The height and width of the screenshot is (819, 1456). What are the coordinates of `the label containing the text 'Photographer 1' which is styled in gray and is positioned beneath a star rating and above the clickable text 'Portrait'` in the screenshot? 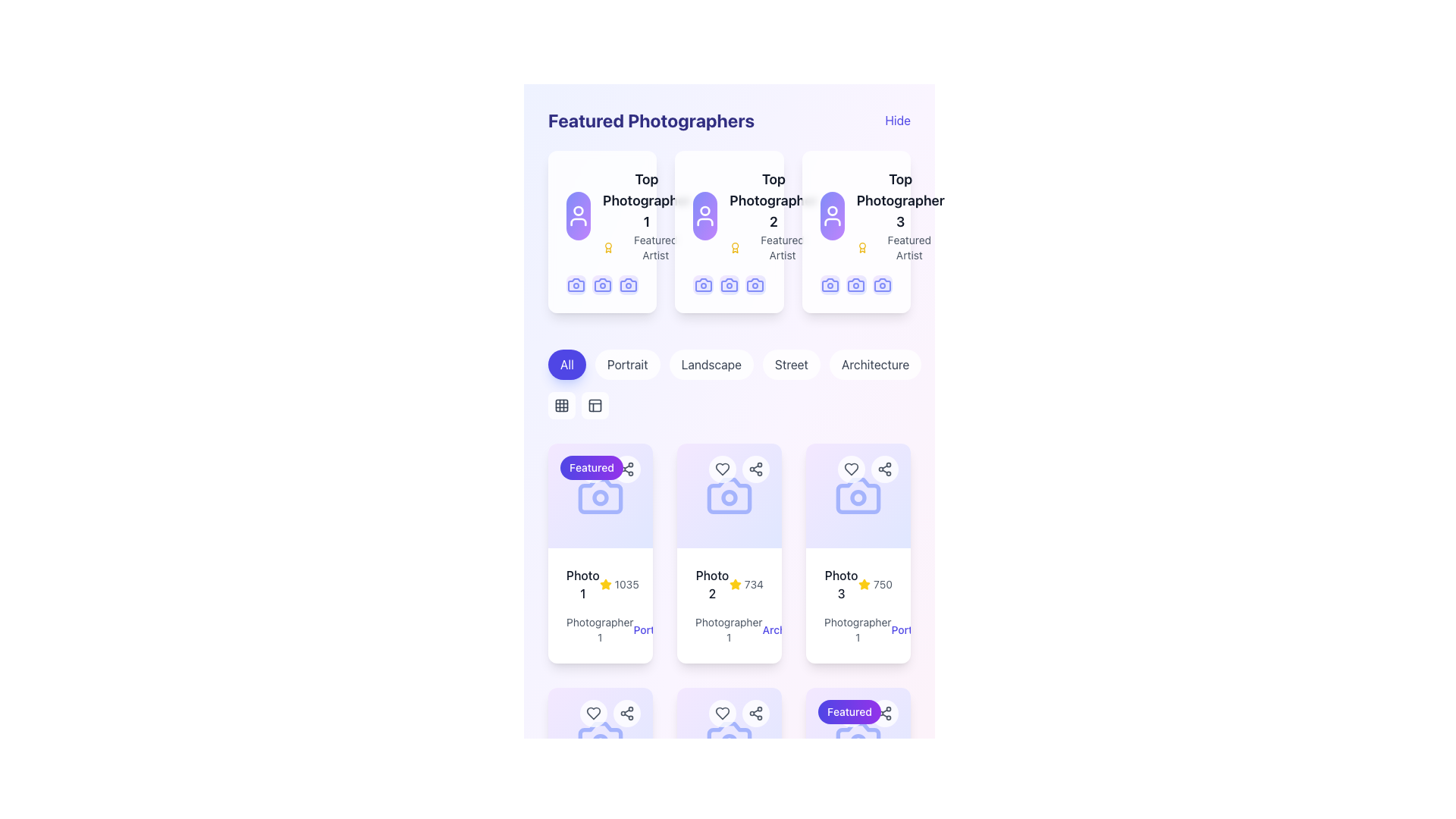 It's located at (600, 629).